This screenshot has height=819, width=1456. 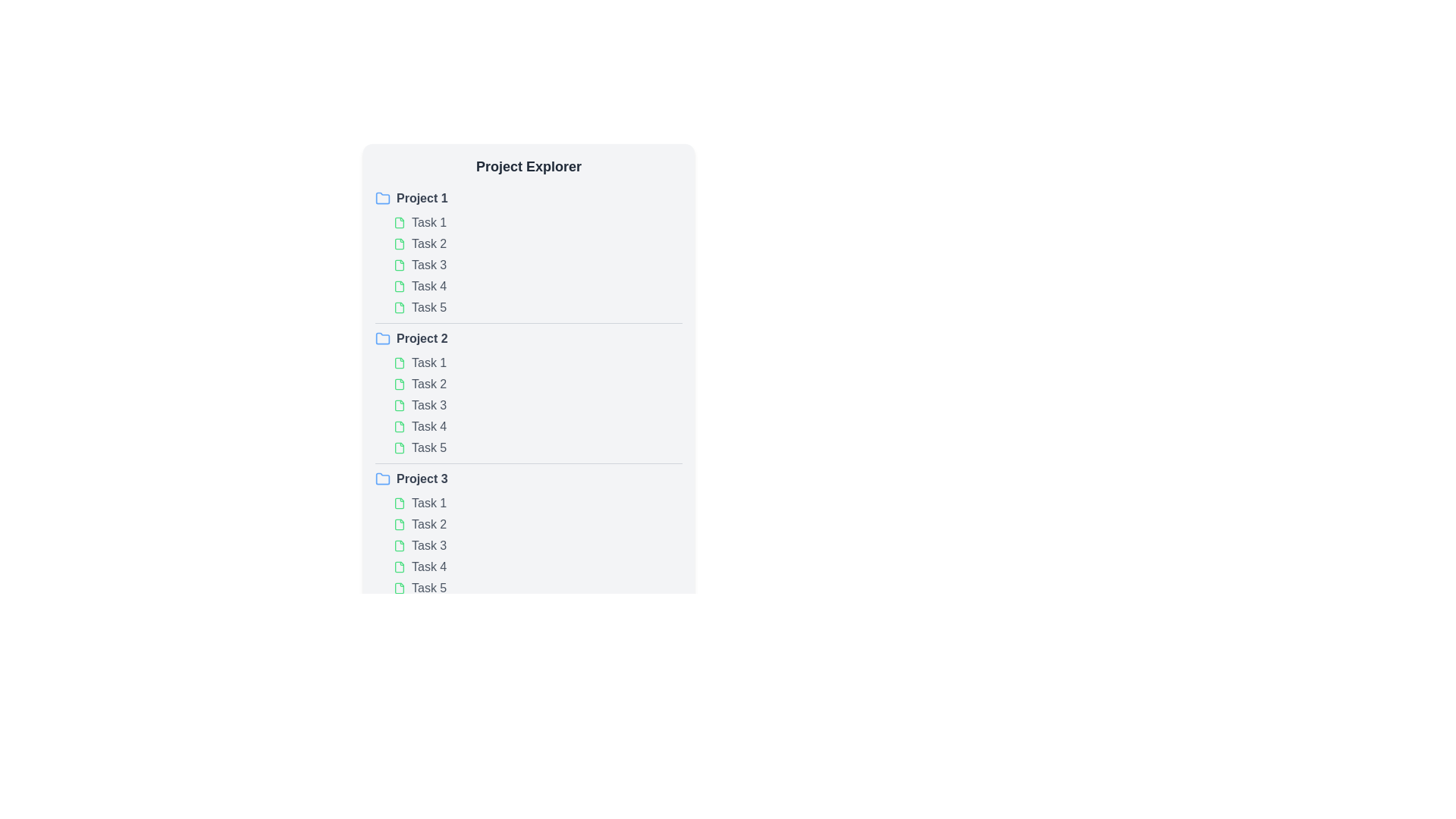 I want to click on the small blue folder icon representing a directory in the 'Project Explorer', which is the first component in the row labeled 'Project 3', so click(x=382, y=479).